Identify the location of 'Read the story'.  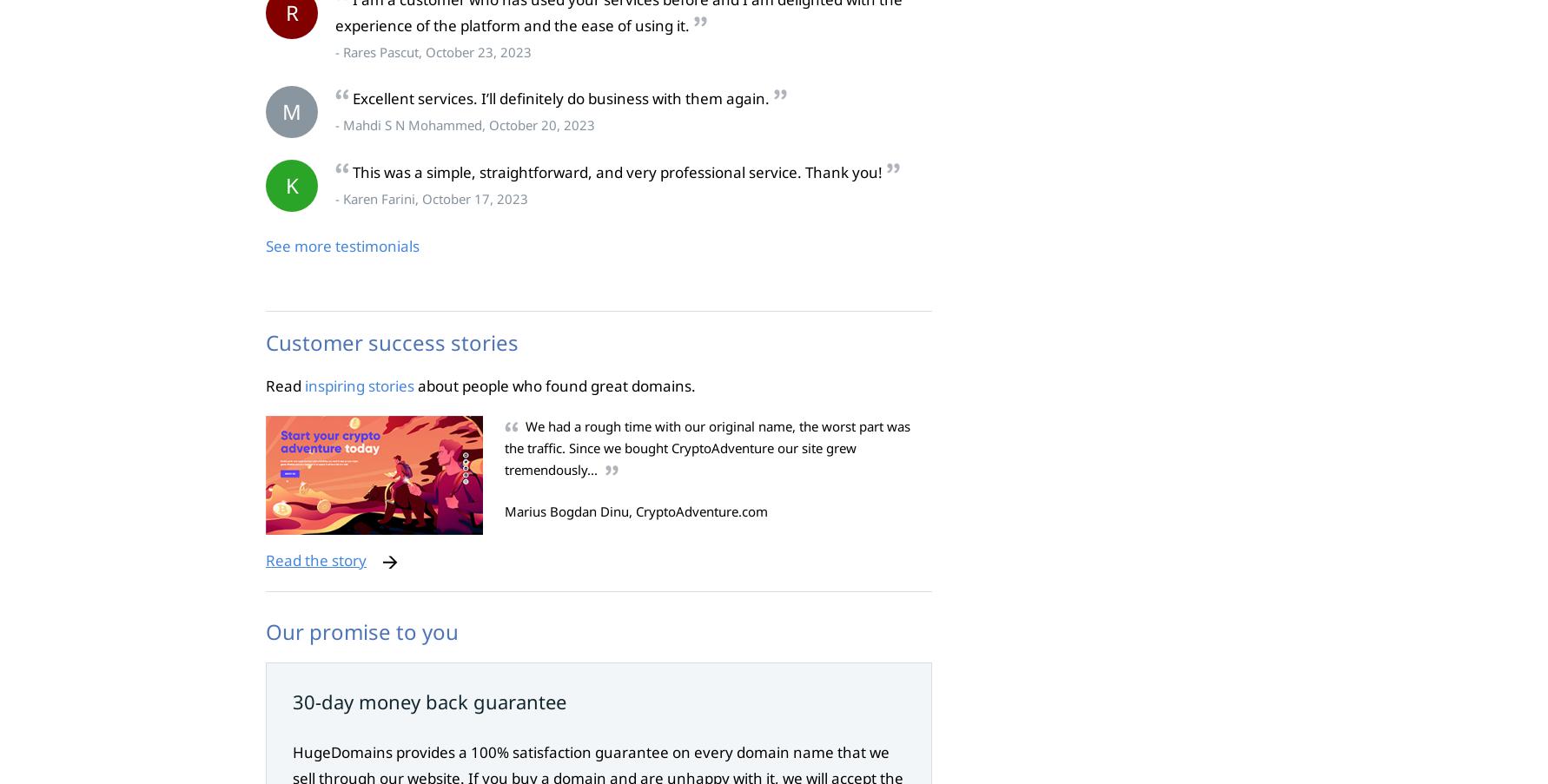
(316, 559).